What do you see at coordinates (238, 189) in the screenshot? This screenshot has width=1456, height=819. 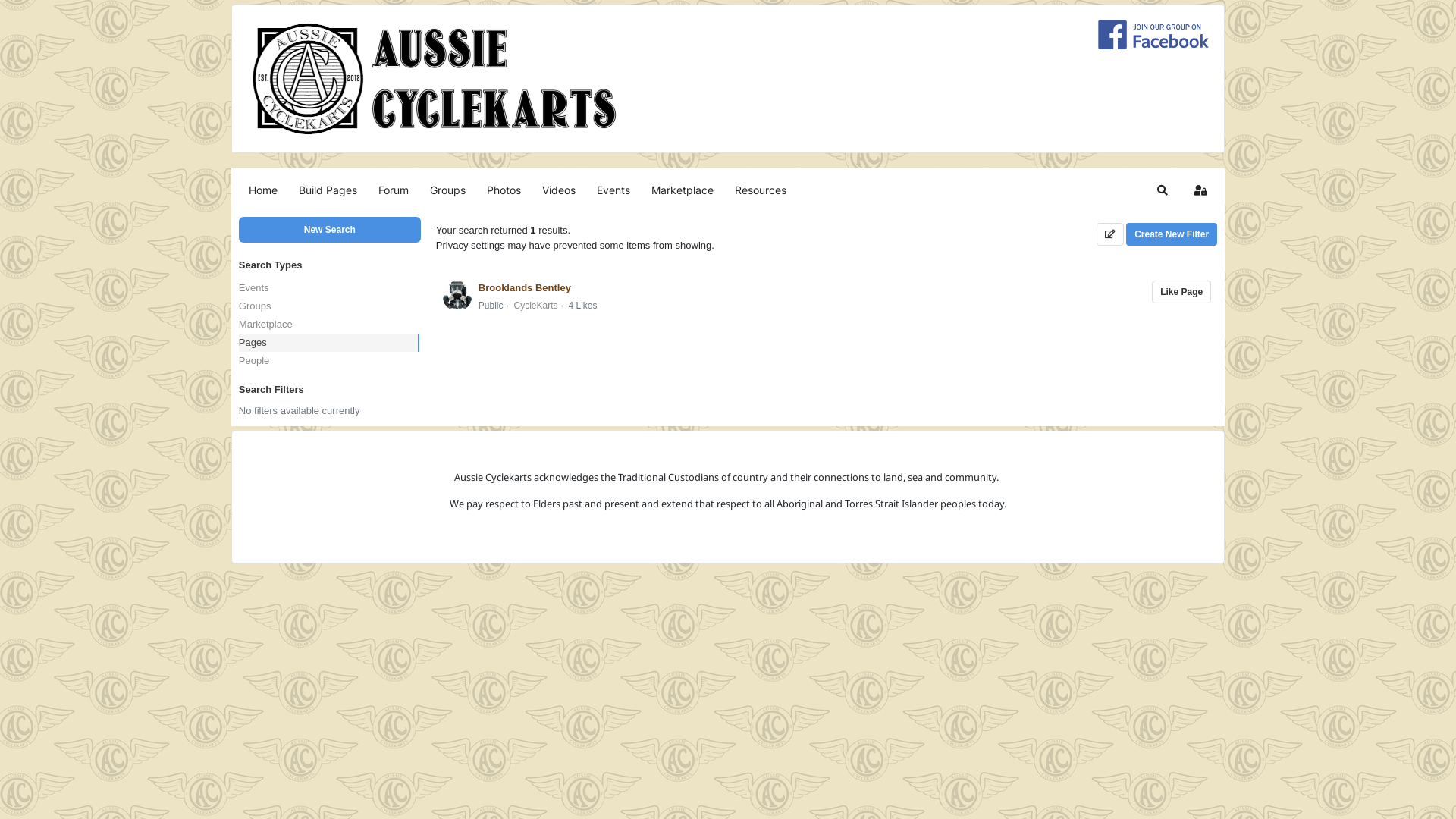 I see `'Home'` at bounding box center [238, 189].